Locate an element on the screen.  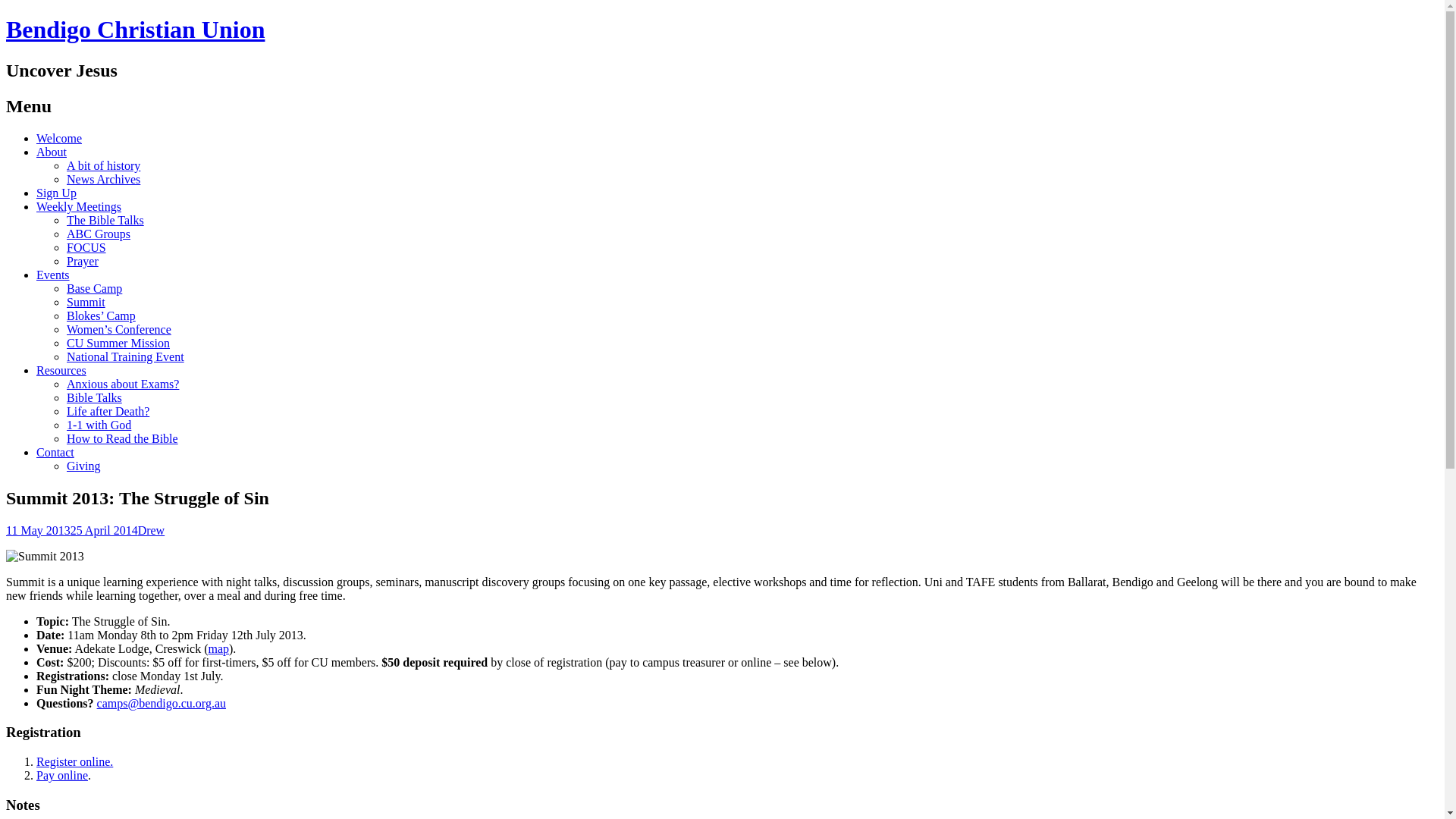
'About' is located at coordinates (51, 152).